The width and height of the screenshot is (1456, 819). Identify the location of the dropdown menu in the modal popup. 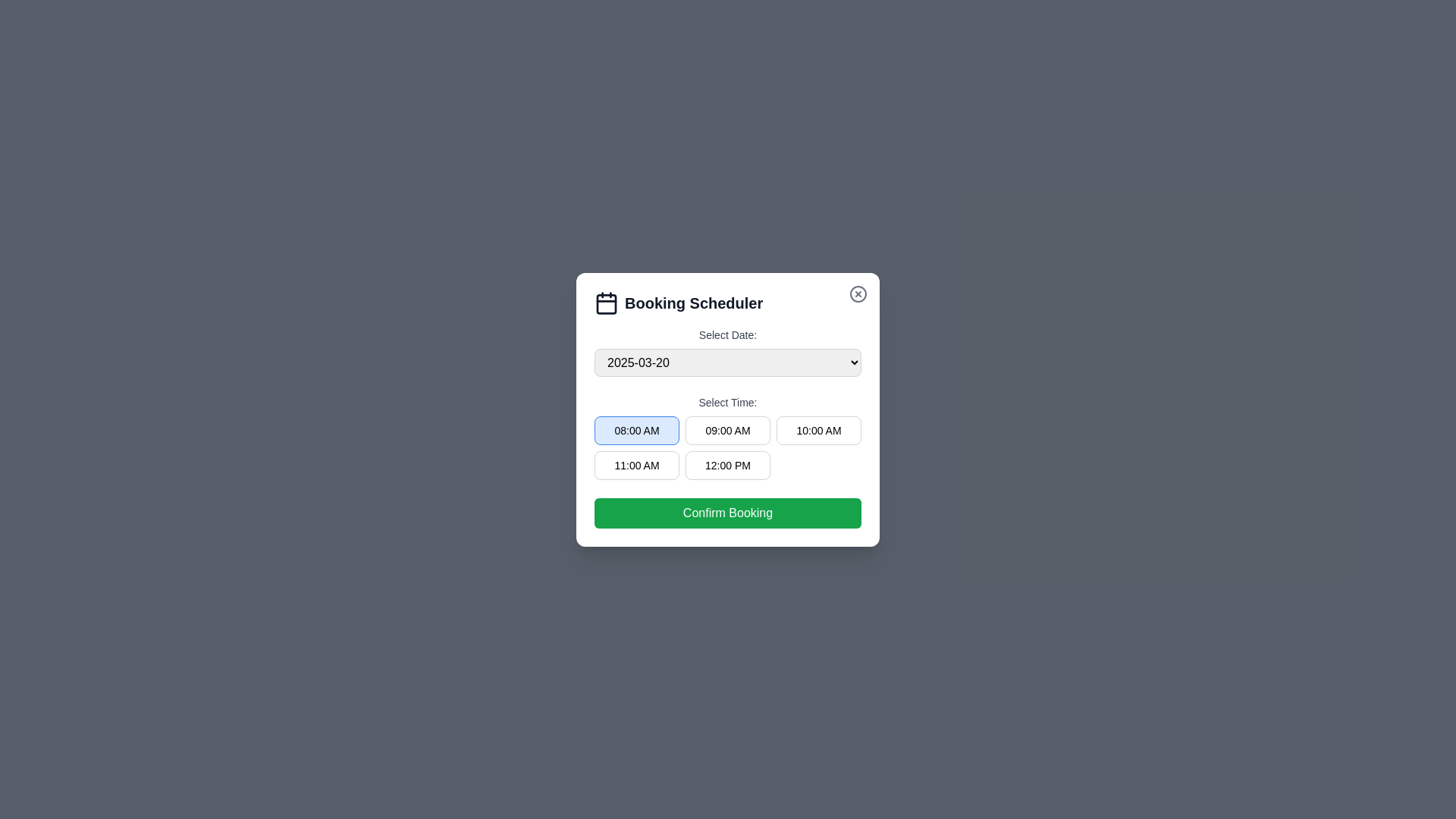
(728, 409).